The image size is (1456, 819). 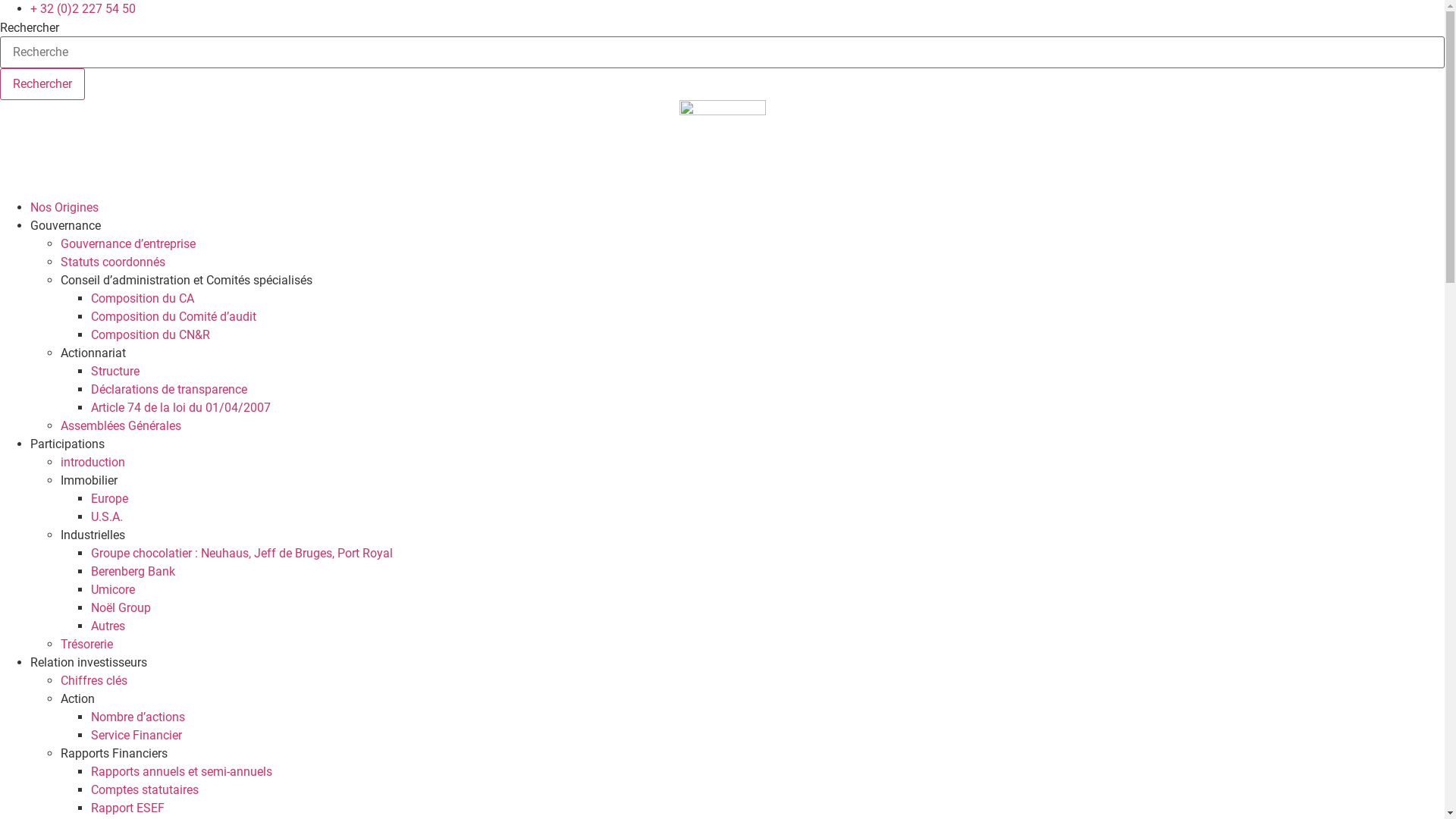 I want to click on 'Rapports annuels et semi-annuels', so click(x=90, y=771).